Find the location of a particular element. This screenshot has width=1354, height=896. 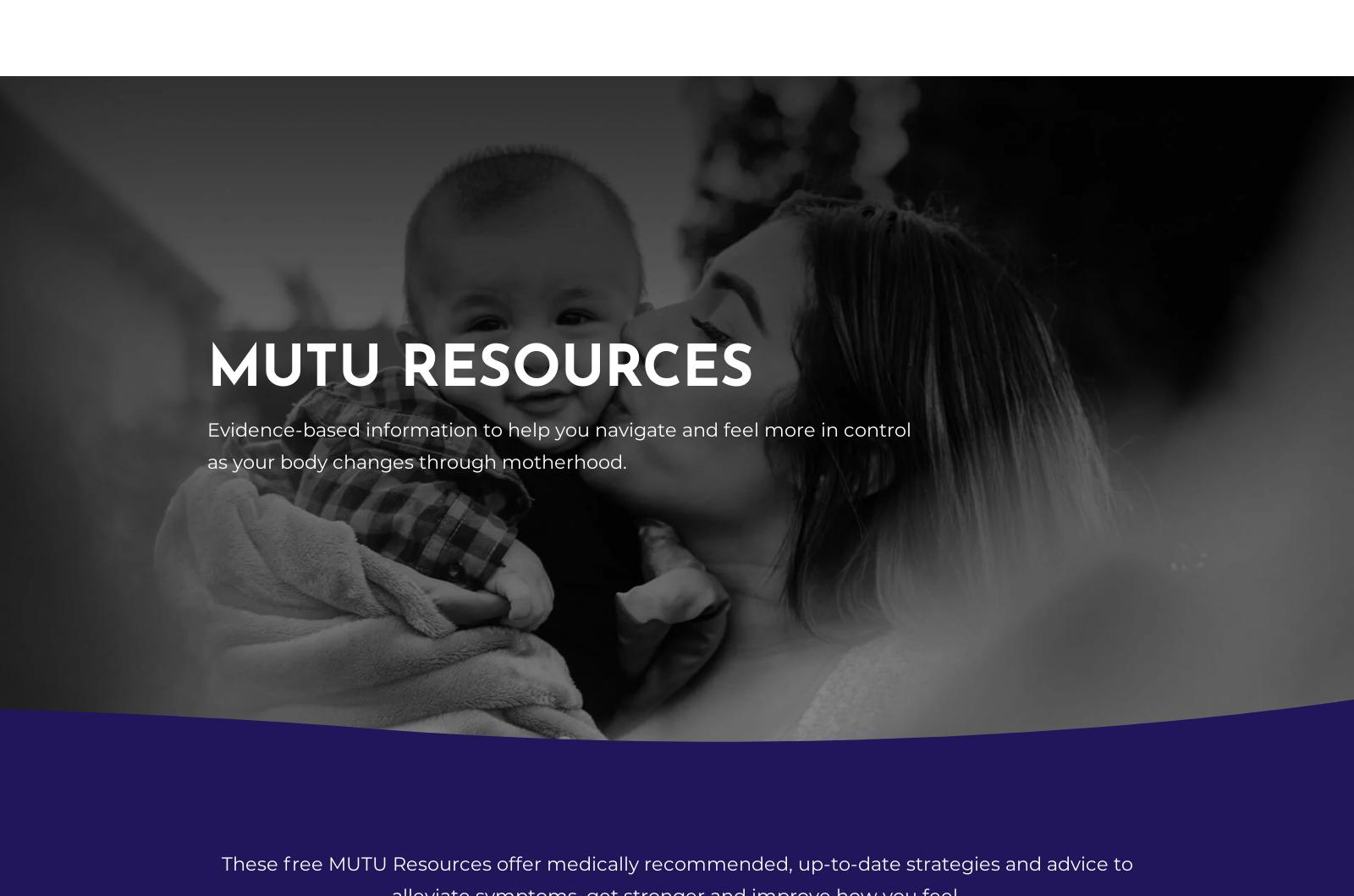

'Start Free Trial' is located at coordinates (810, 85).